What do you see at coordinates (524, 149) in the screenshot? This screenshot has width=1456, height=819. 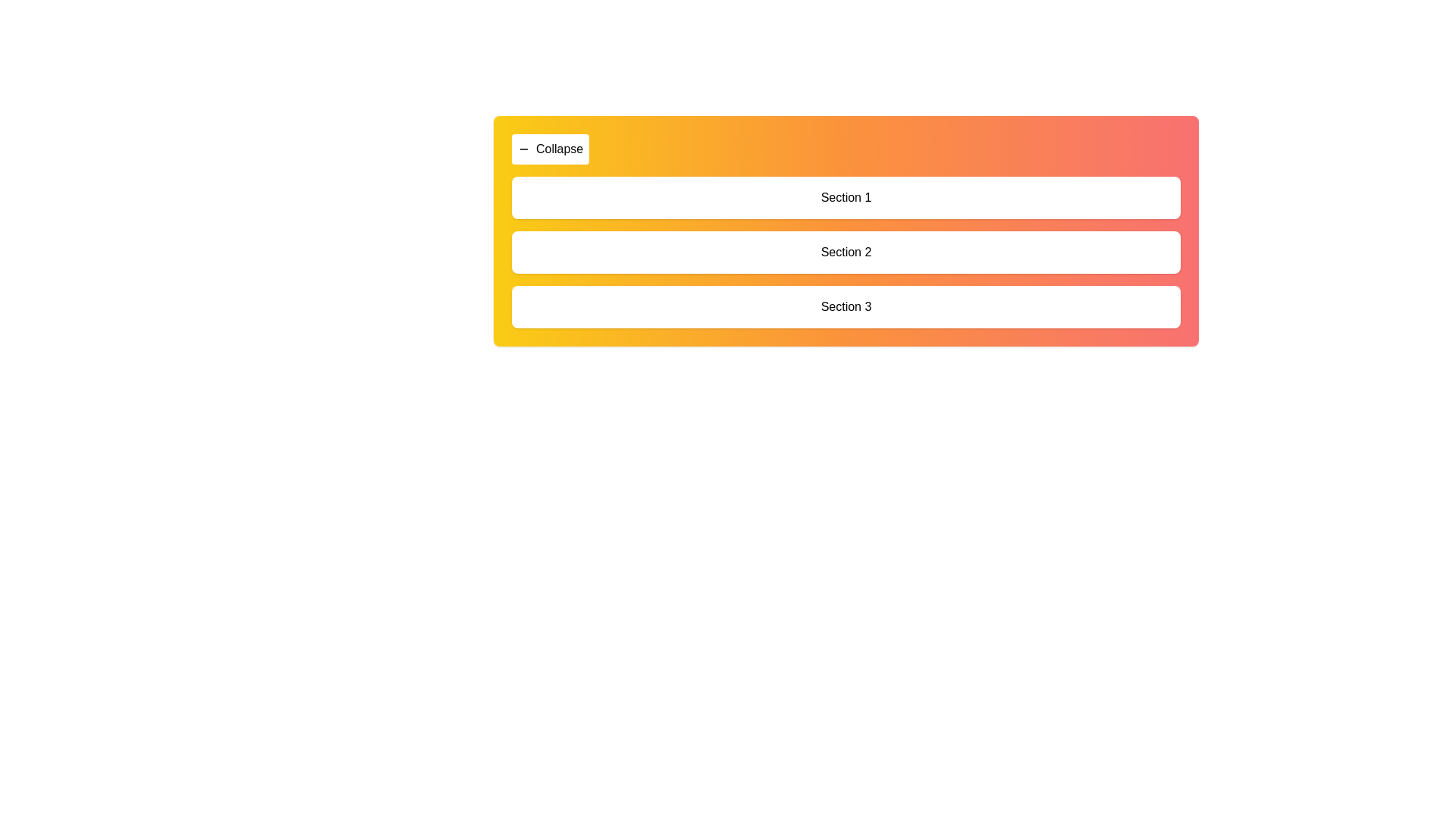 I see `the collapse button that visually represents the collapse functionality, located on the left side of the label text 'Collapse'` at bounding box center [524, 149].